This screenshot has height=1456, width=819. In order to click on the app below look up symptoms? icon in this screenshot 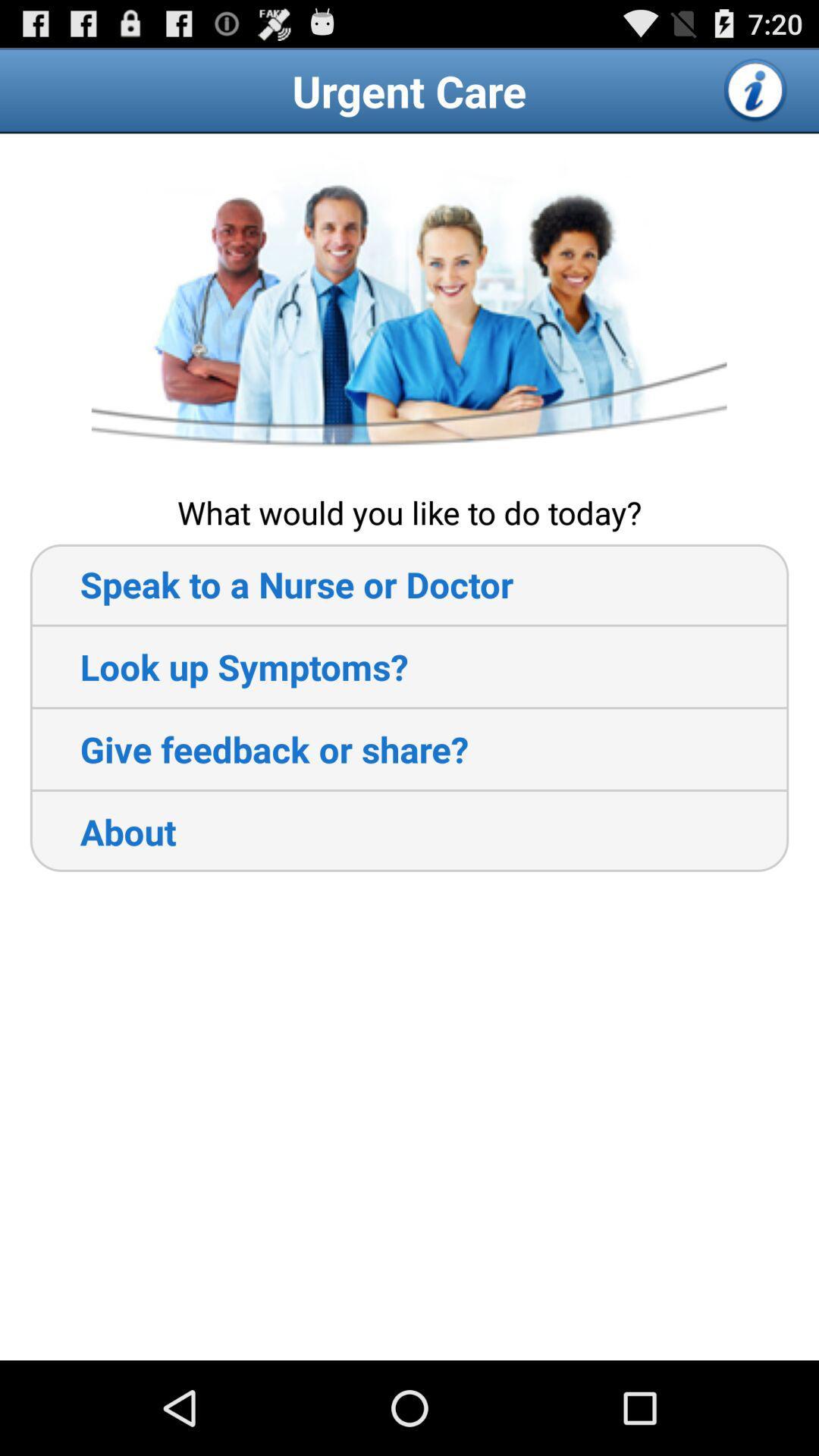, I will do `click(248, 749)`.